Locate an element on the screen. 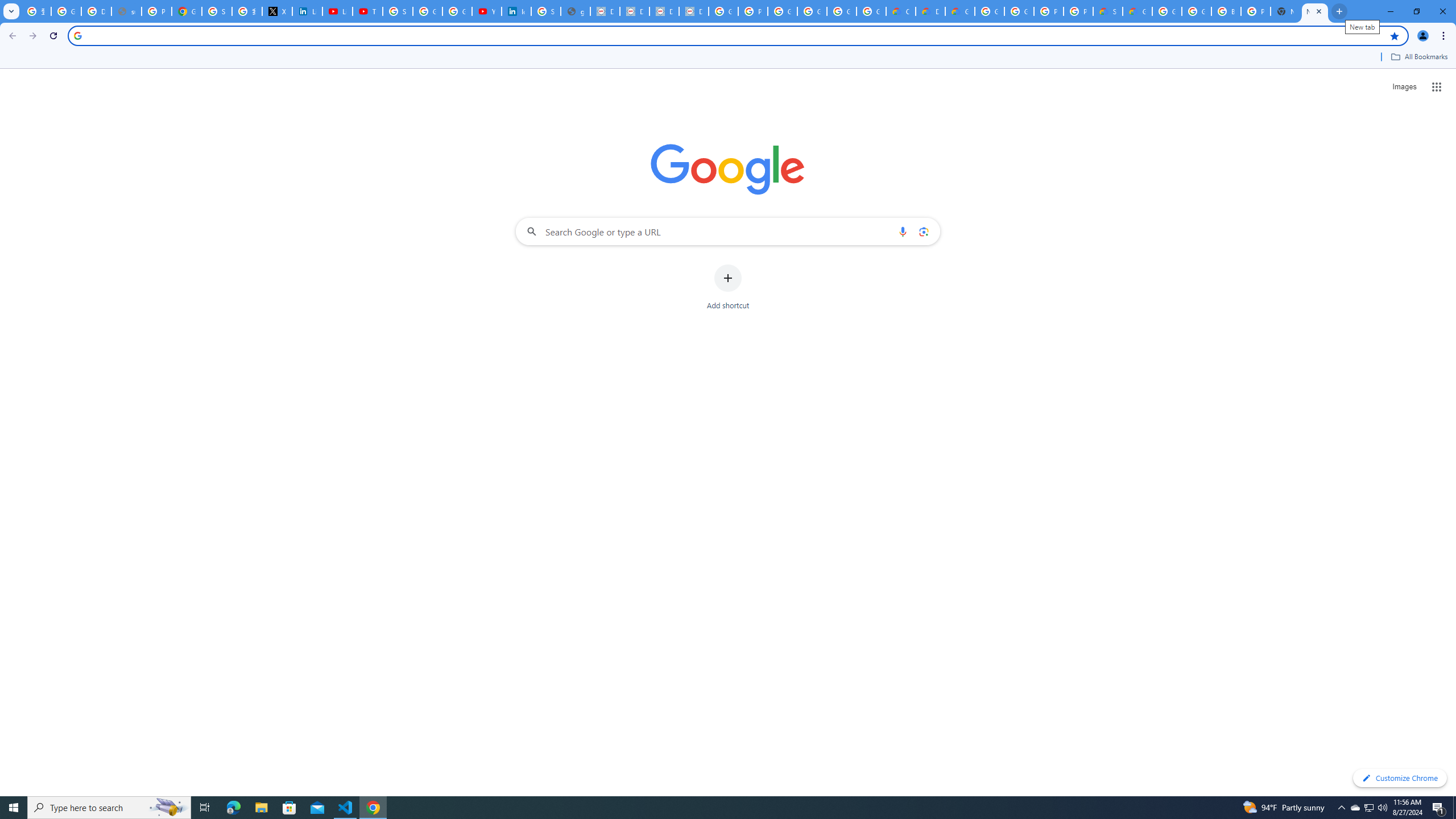 The image size is (1456, 819). 'LinkedIn - YouTube' is located at coordinates (337, 11).